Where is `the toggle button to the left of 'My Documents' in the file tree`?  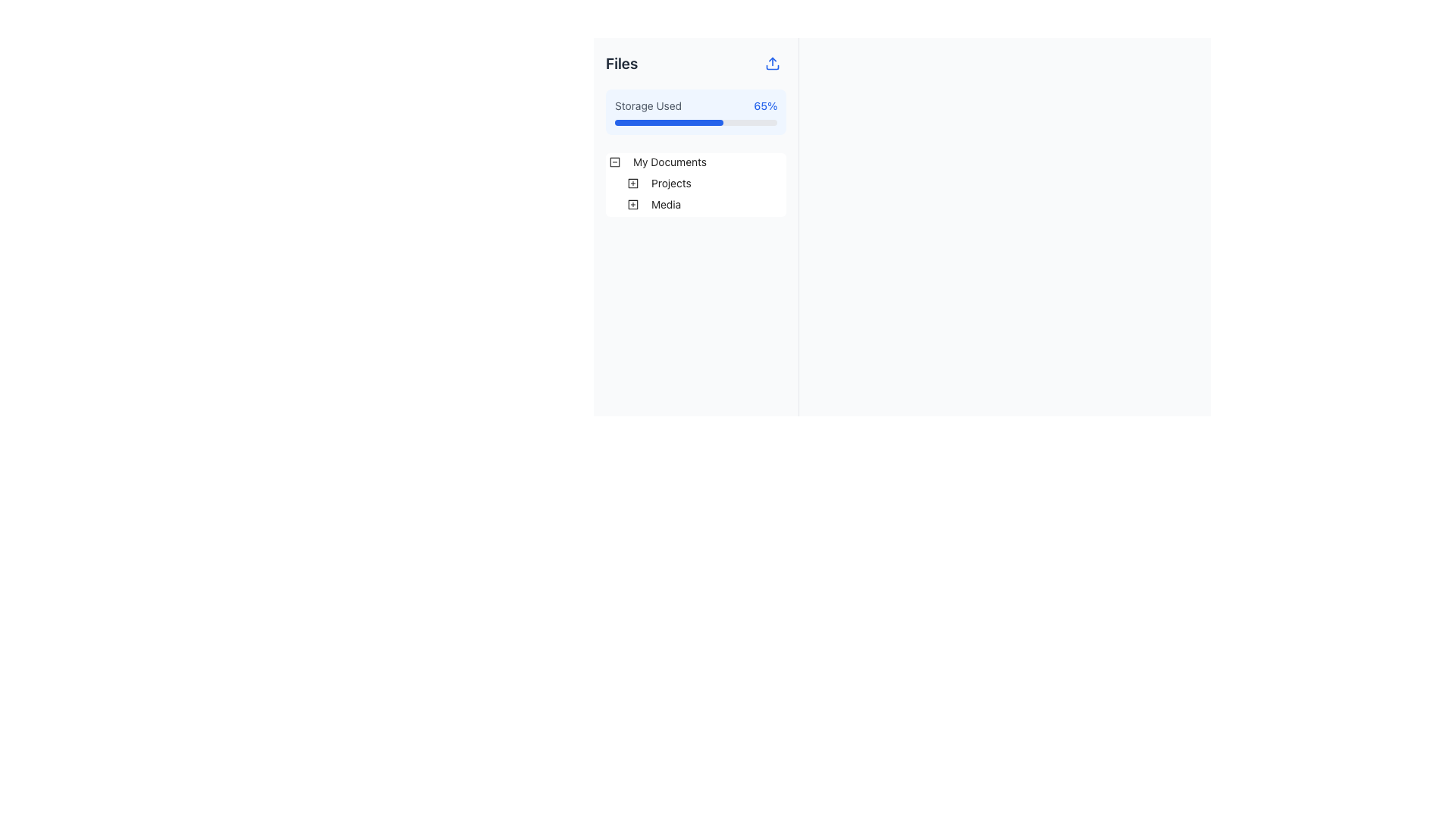 the toggle button to the left of 'My Documents' in the file tree is located at coordinates (615, 162).